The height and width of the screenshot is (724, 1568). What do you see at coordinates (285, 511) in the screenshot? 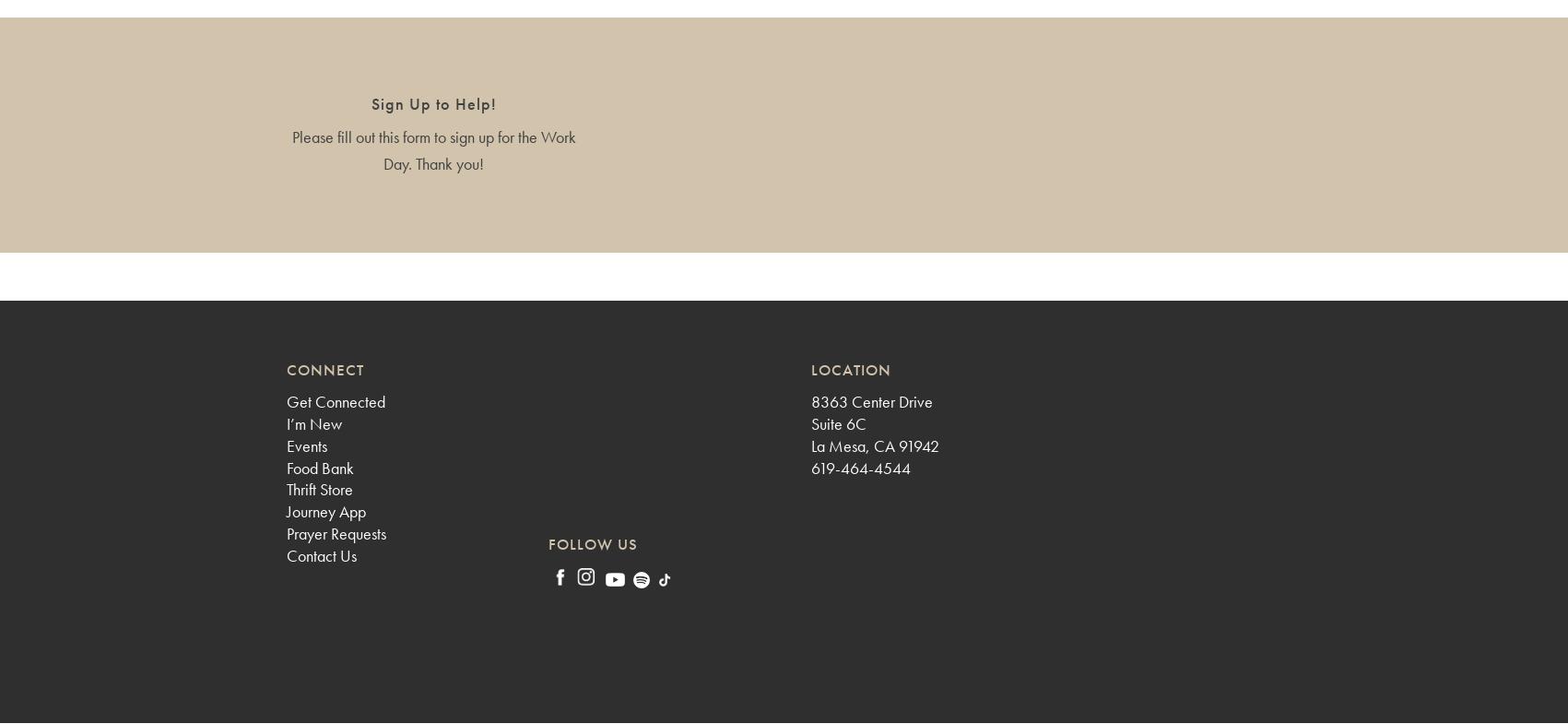
I see `'Journey App'` at bounding box center [285, 511].